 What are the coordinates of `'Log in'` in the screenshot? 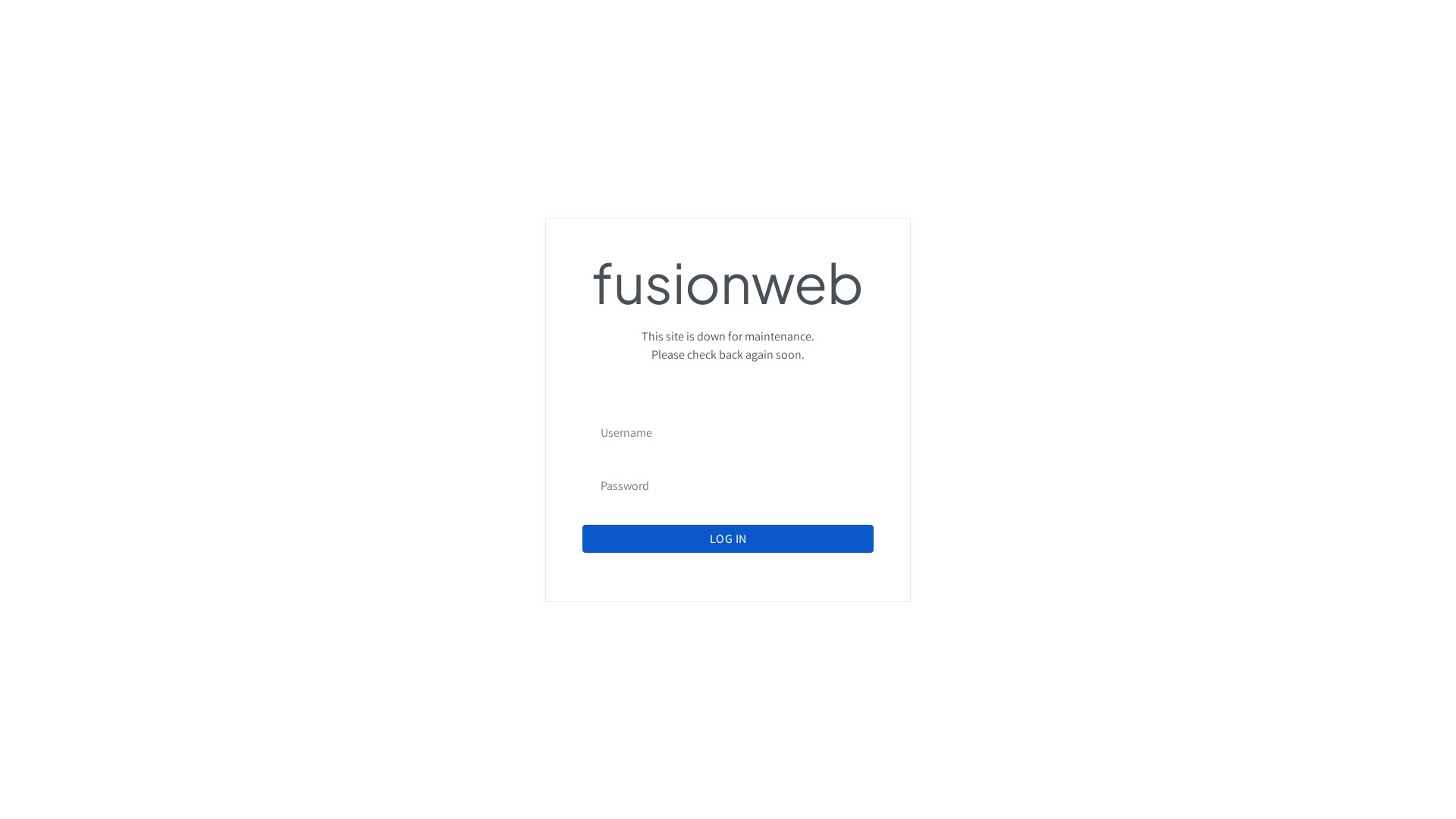 It's located at (728, 538).